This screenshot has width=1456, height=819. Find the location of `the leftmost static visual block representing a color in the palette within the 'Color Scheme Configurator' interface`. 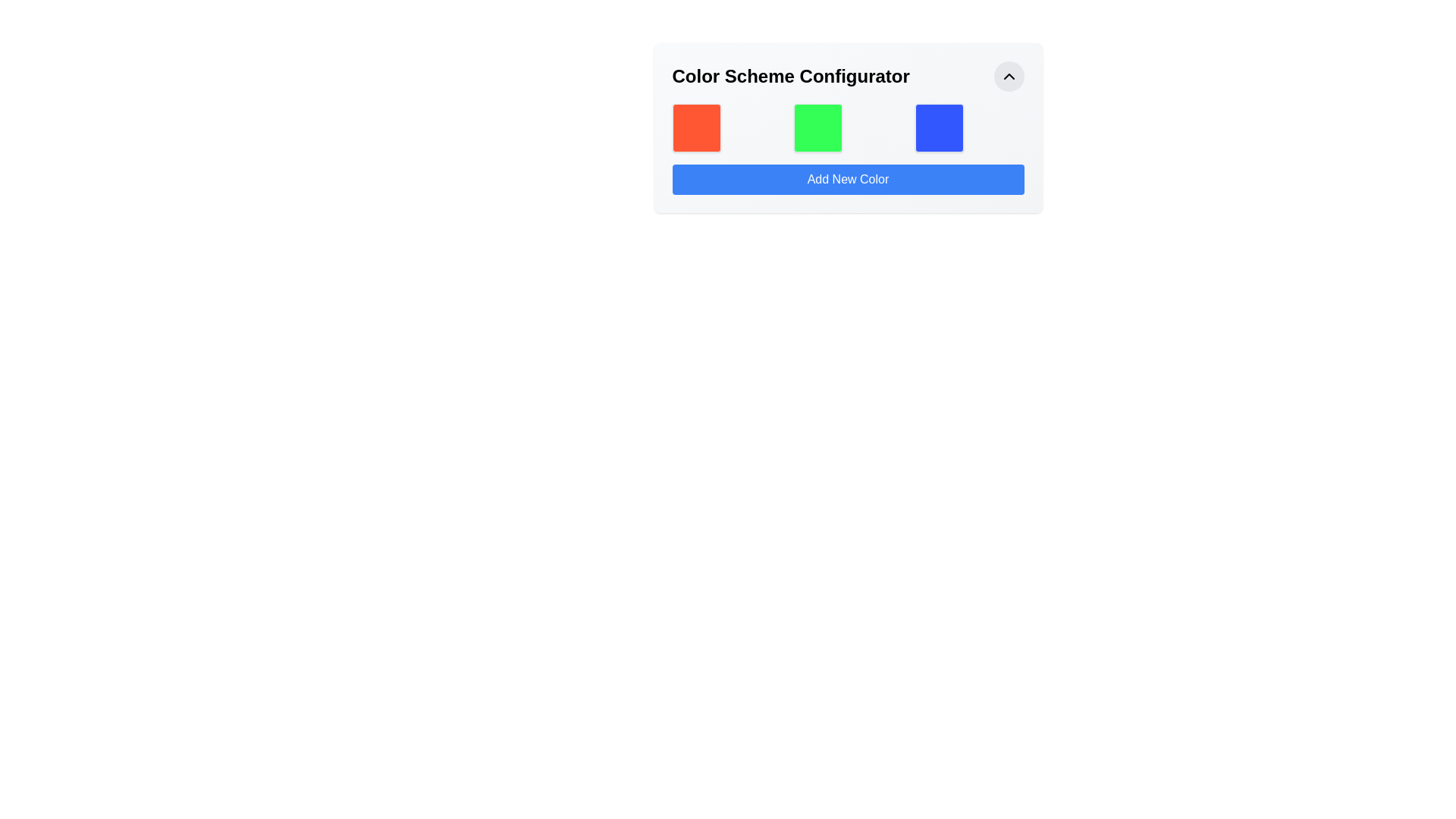

the leftmost static visual block representing a color in the palette within the 'Color Scheme Configurator' interface is located at coordinates (695, 127).